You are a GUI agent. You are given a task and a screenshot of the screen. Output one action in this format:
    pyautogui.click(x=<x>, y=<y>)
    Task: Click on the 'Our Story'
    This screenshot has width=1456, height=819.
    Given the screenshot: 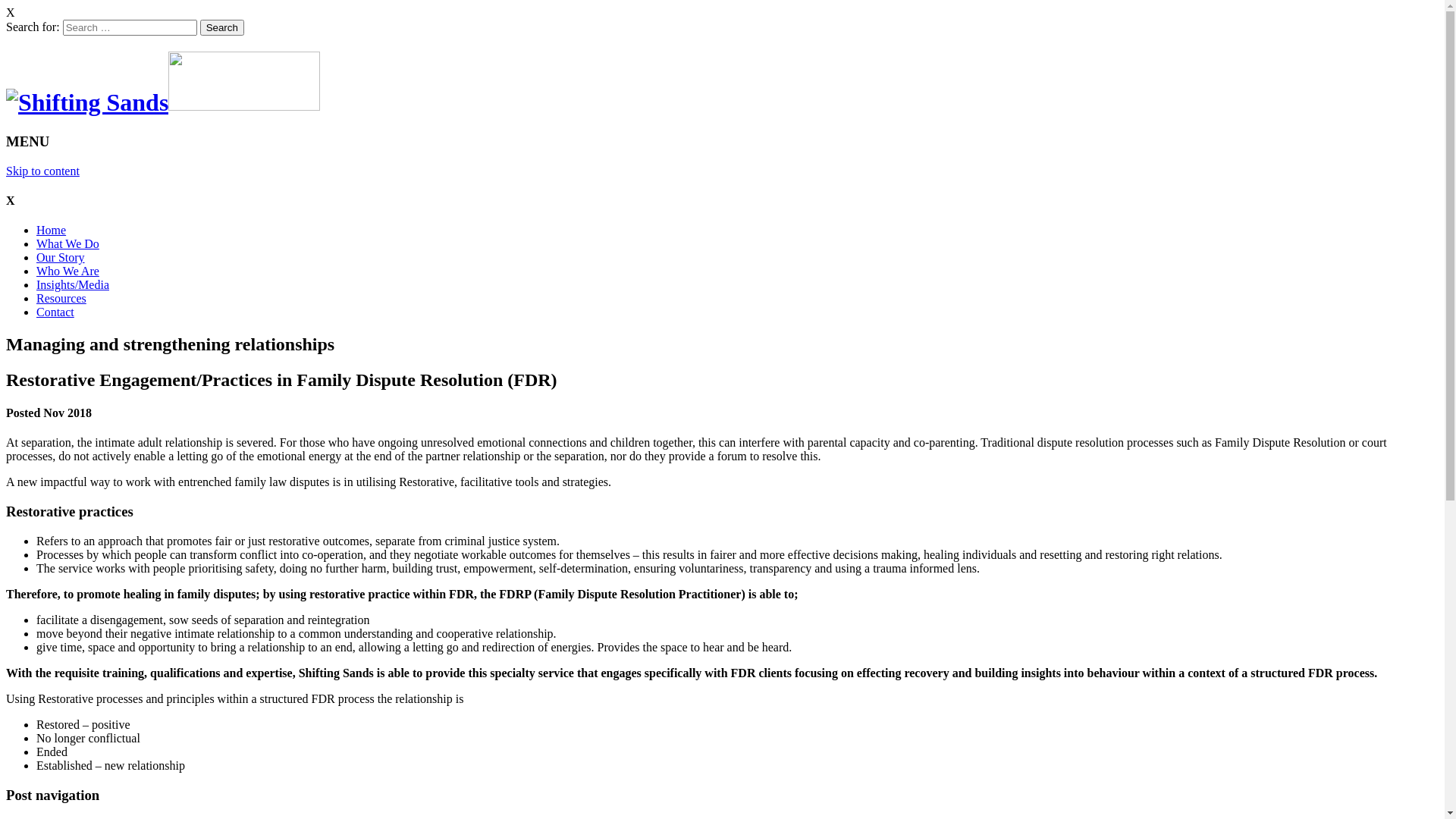 What is the action you would take?
    pyautogui.click(x=61, y=256)
    